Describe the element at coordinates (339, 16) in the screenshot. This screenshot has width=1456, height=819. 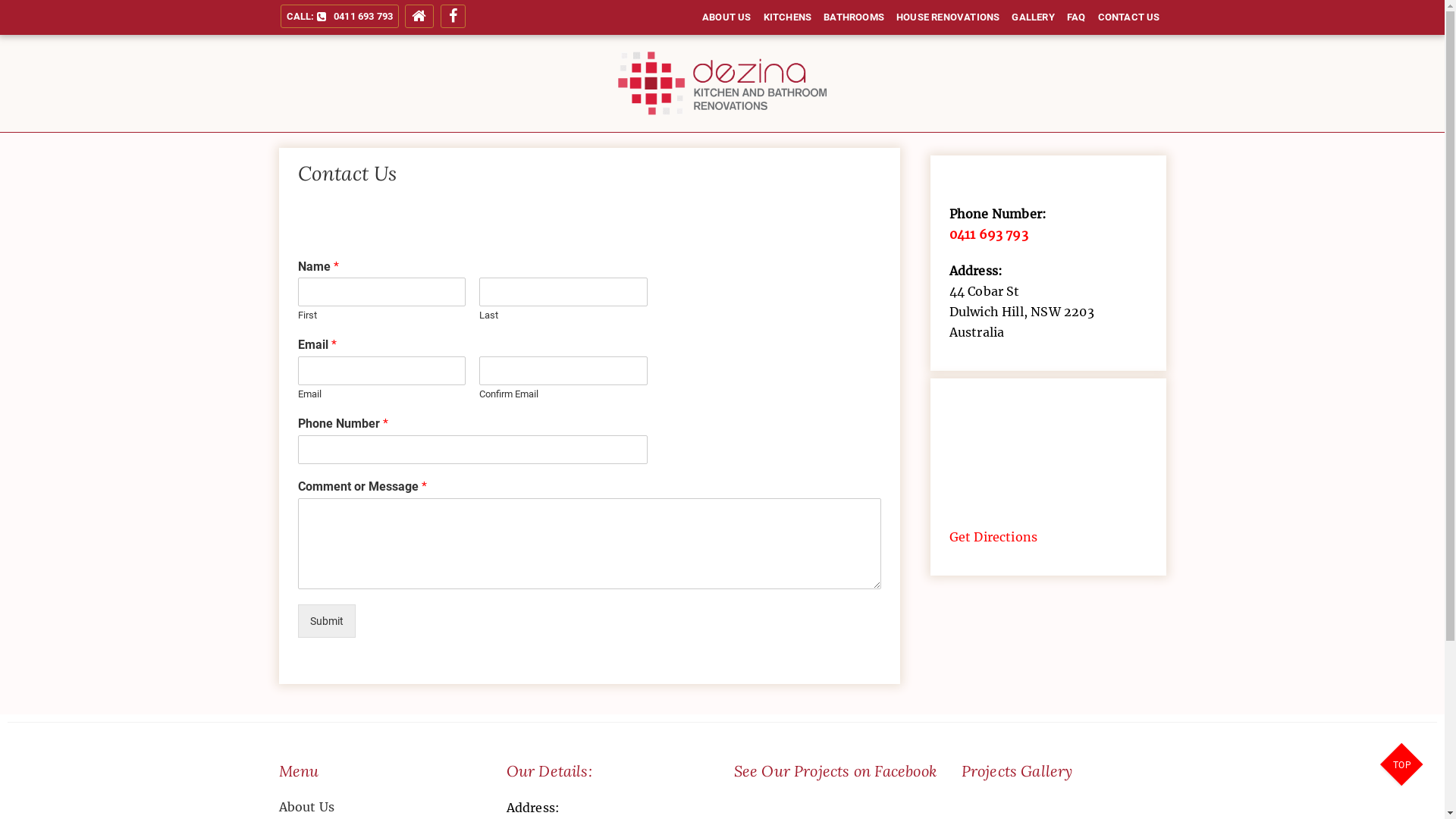
I see `'CALL: 0411 693 793'` at that location.